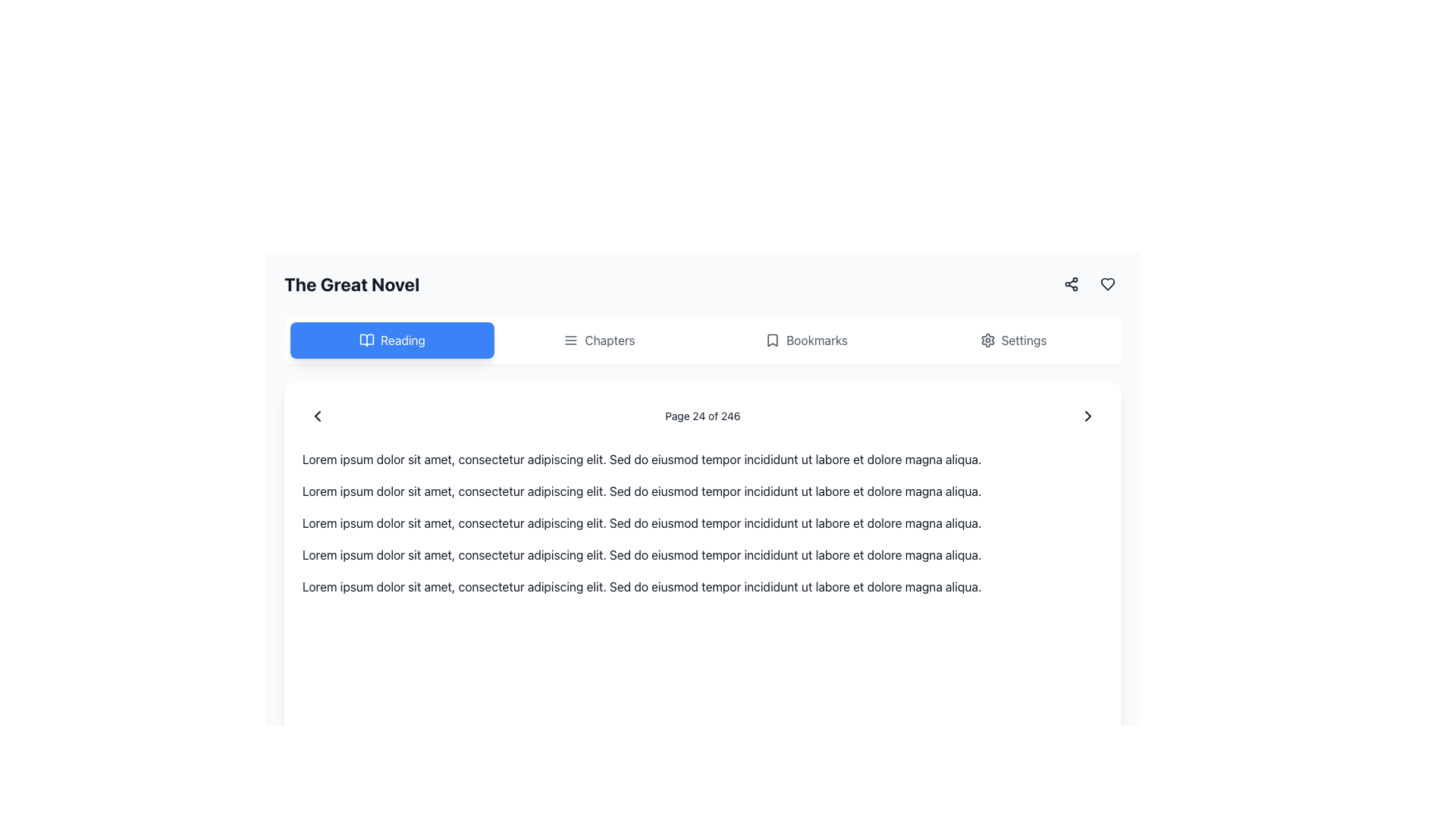  What do you see at coordinates (610, 339) in the screenshot?
I see `the 'Chapters' label located centrally in the horizontal navigation bar to trigger the visual highlight effect` at bounding box center [610, 339].